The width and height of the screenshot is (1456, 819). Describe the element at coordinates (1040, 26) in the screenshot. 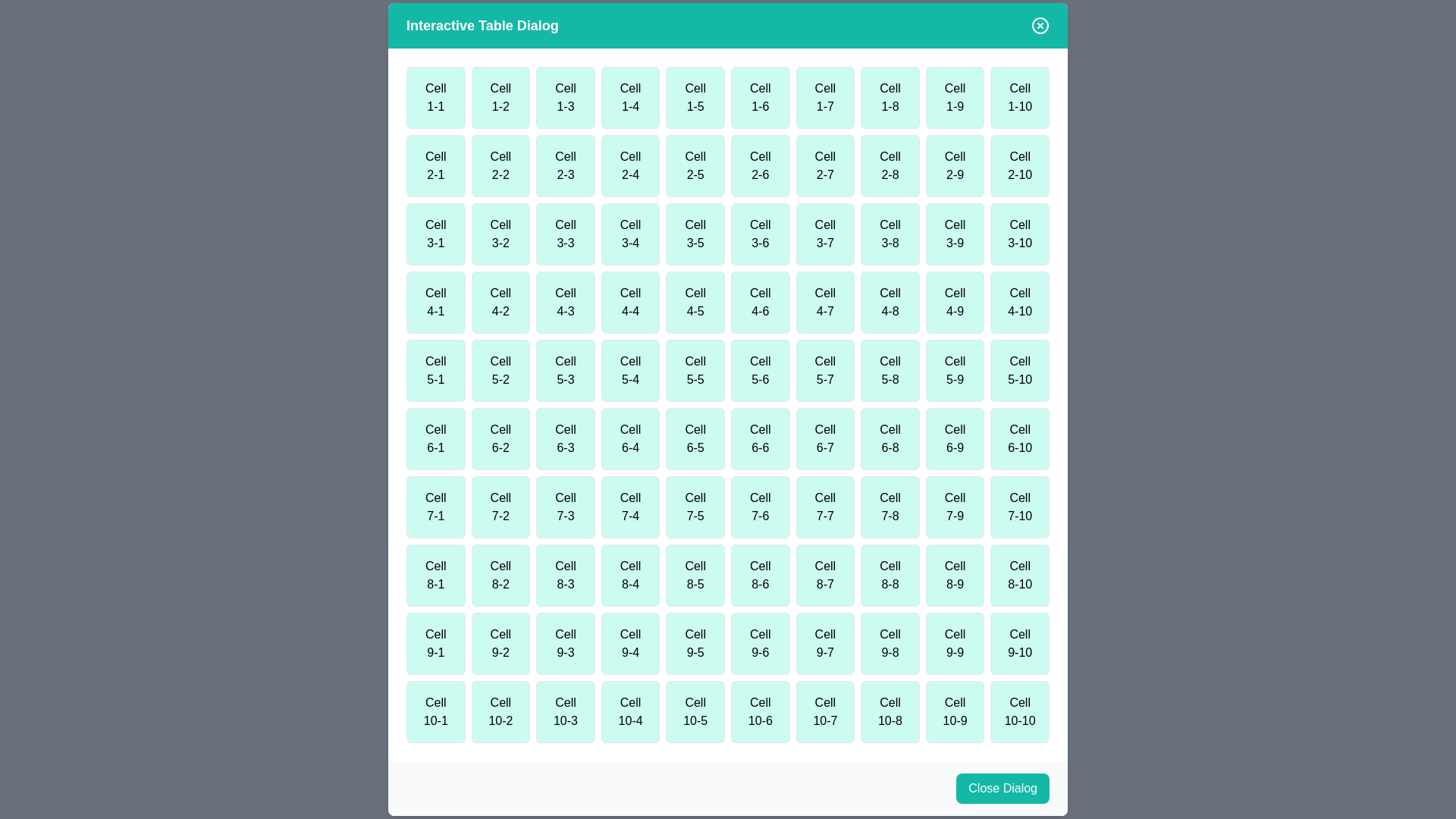

I see `the close button in the header to close the dialog` at that location.